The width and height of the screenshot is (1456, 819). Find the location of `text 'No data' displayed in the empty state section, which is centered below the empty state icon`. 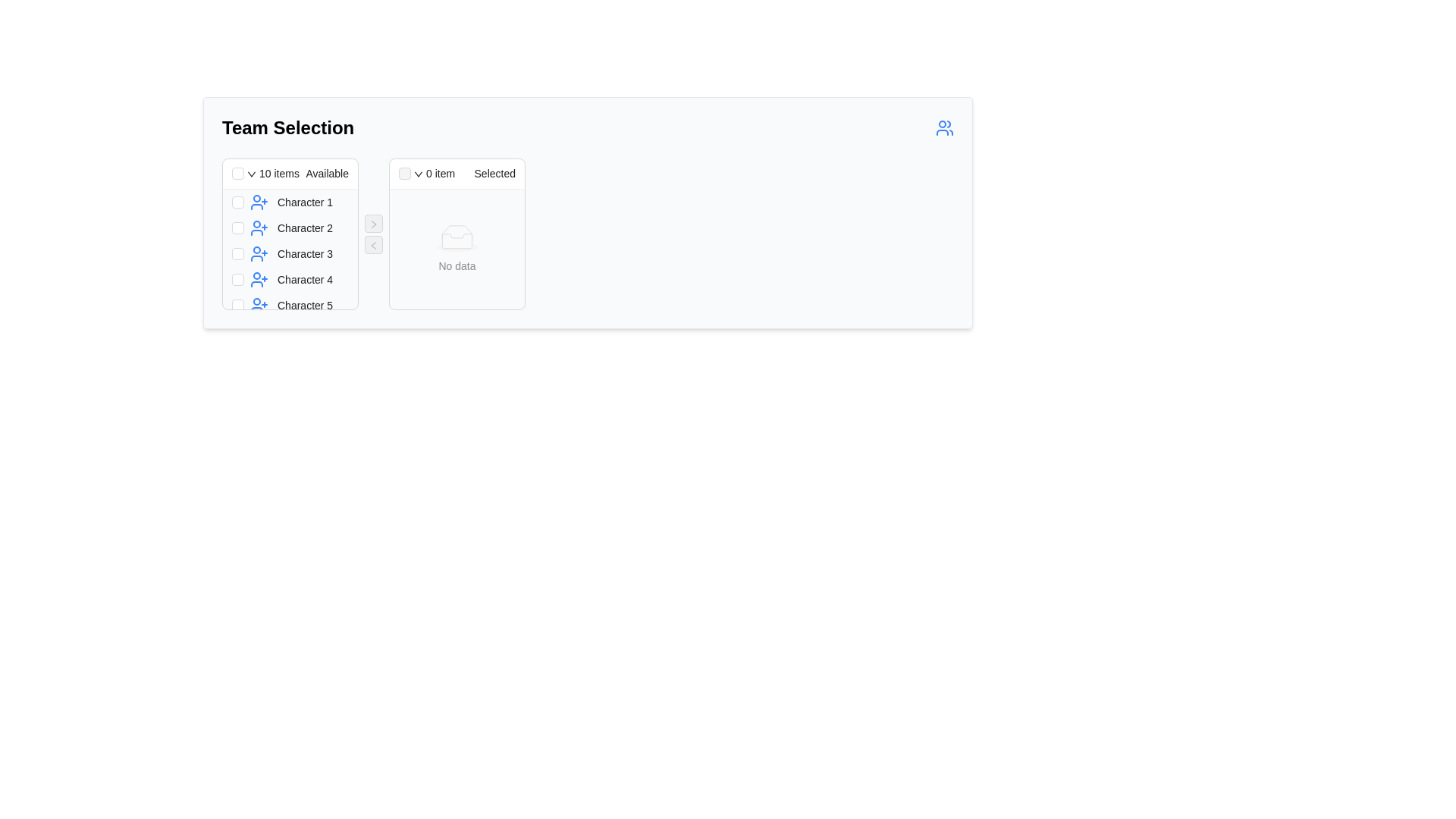

text 'No data' displayed in the empty state section, which is centered below the empty state icon is located at coordinates (457, 265).